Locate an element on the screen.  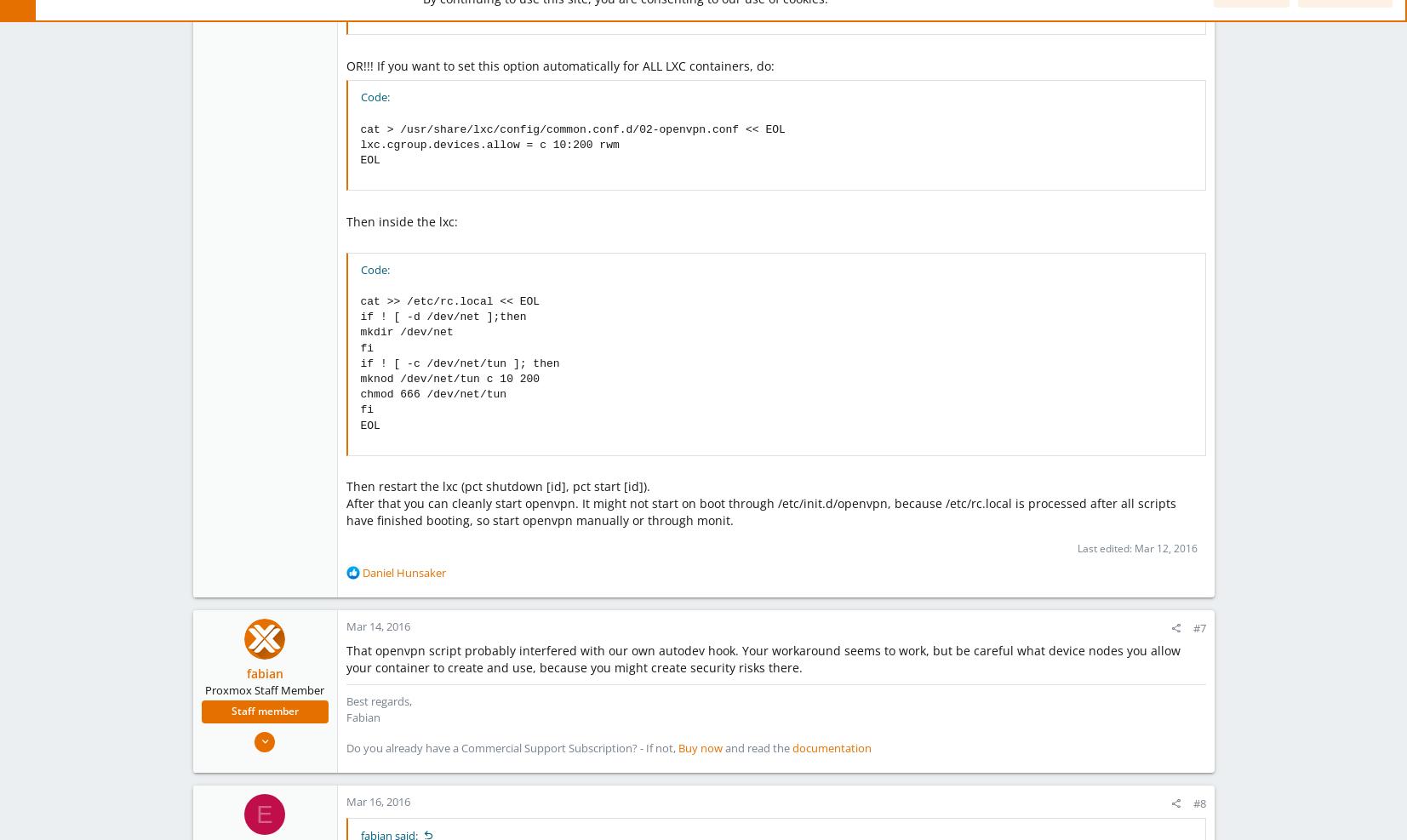
'Then inside the lxc:' is located at coordinates (400, 220).